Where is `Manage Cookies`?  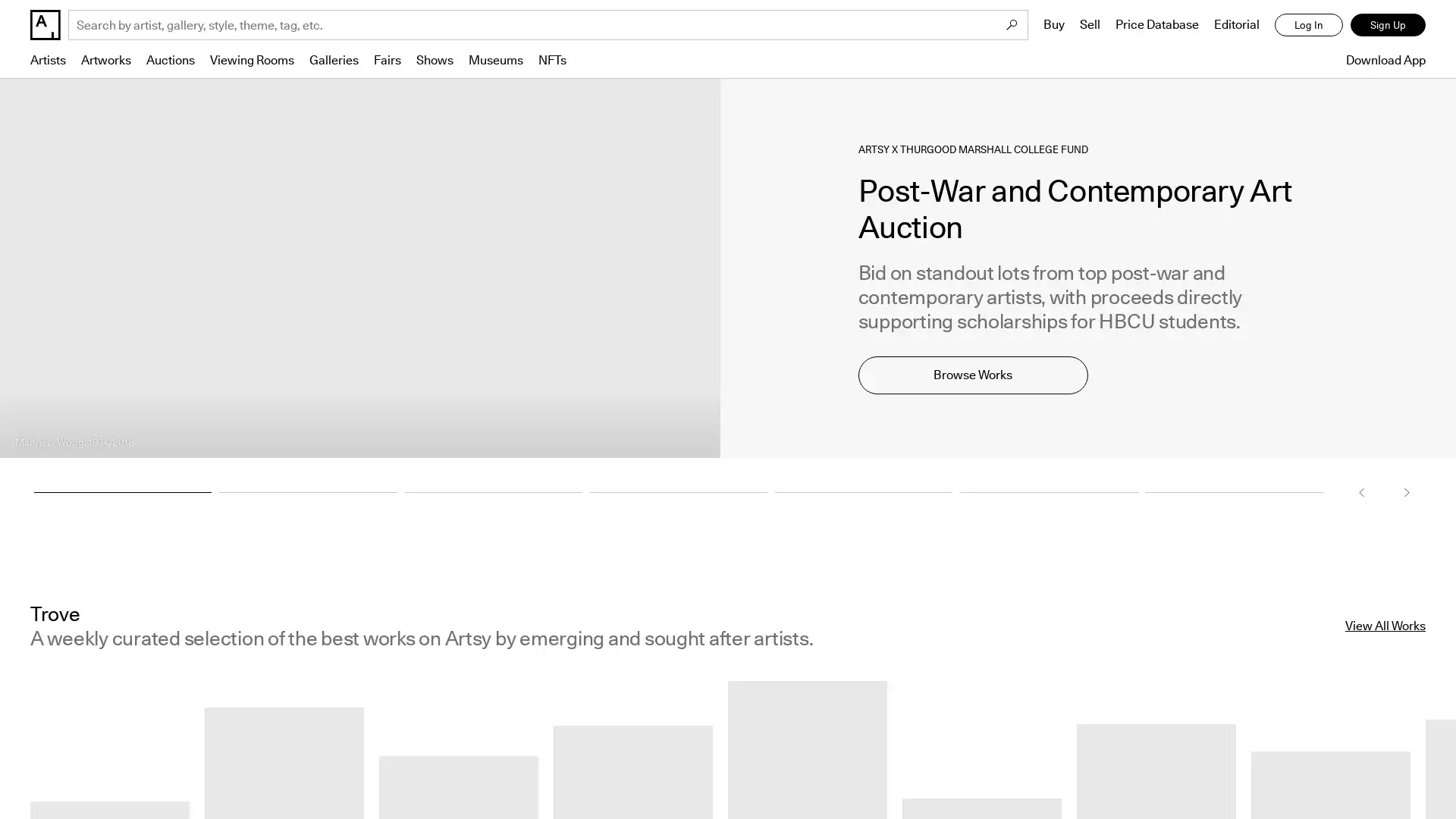 Manage Cookies is located at coordinates (1223, 769).